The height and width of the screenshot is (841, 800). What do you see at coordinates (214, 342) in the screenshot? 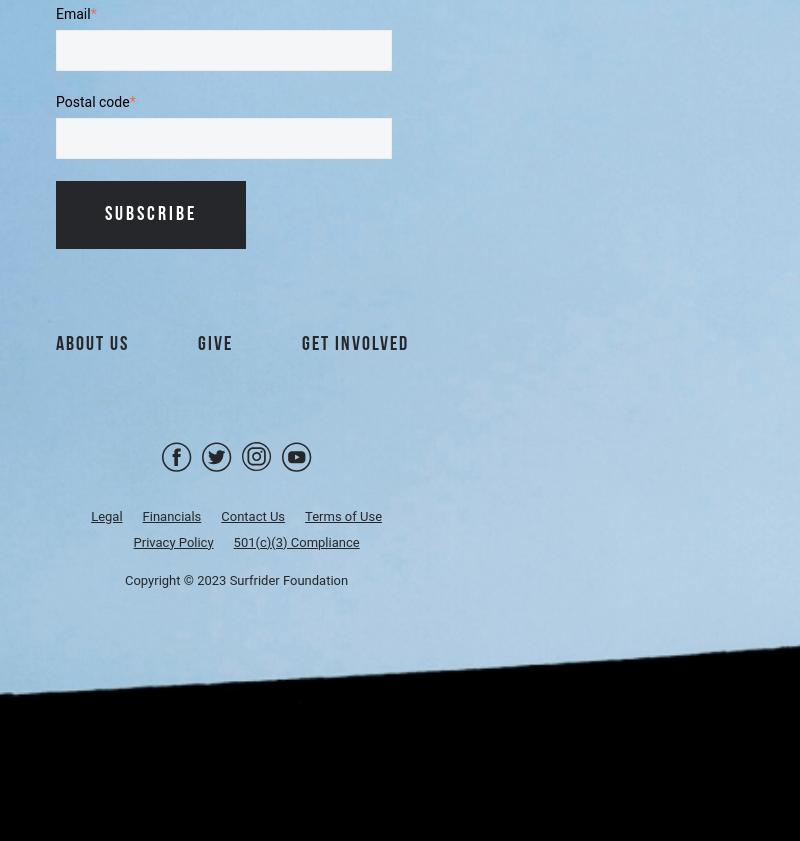
I see `'Give'` at bounding box center [214, 342].